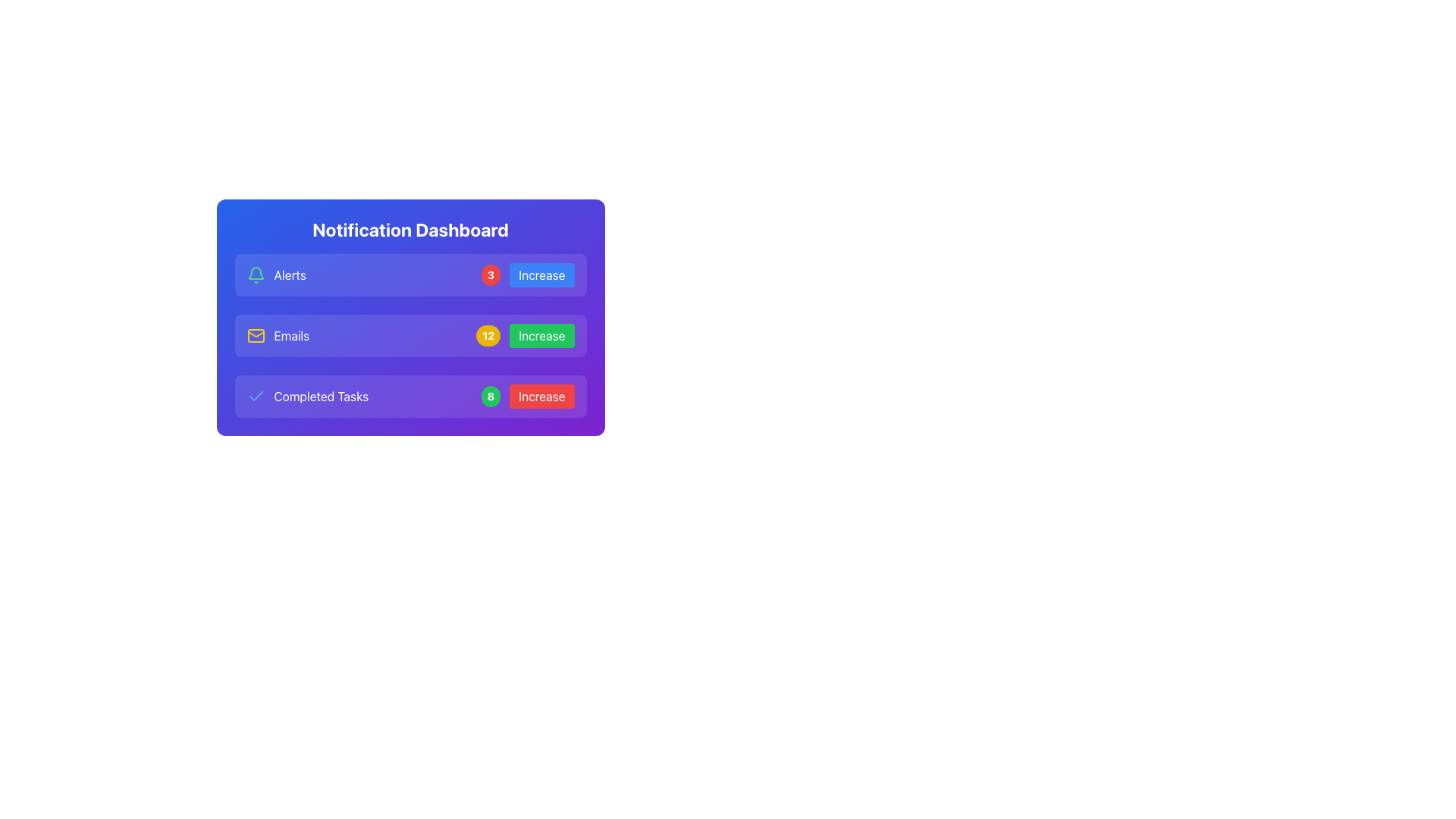 Image resolution: width=1456 pixels, height=819 pixels. I want to click on the interactive button located in the first row of the notification dashboard, positioned to the right of the red circular badge displaying '3', so click(541, 275).